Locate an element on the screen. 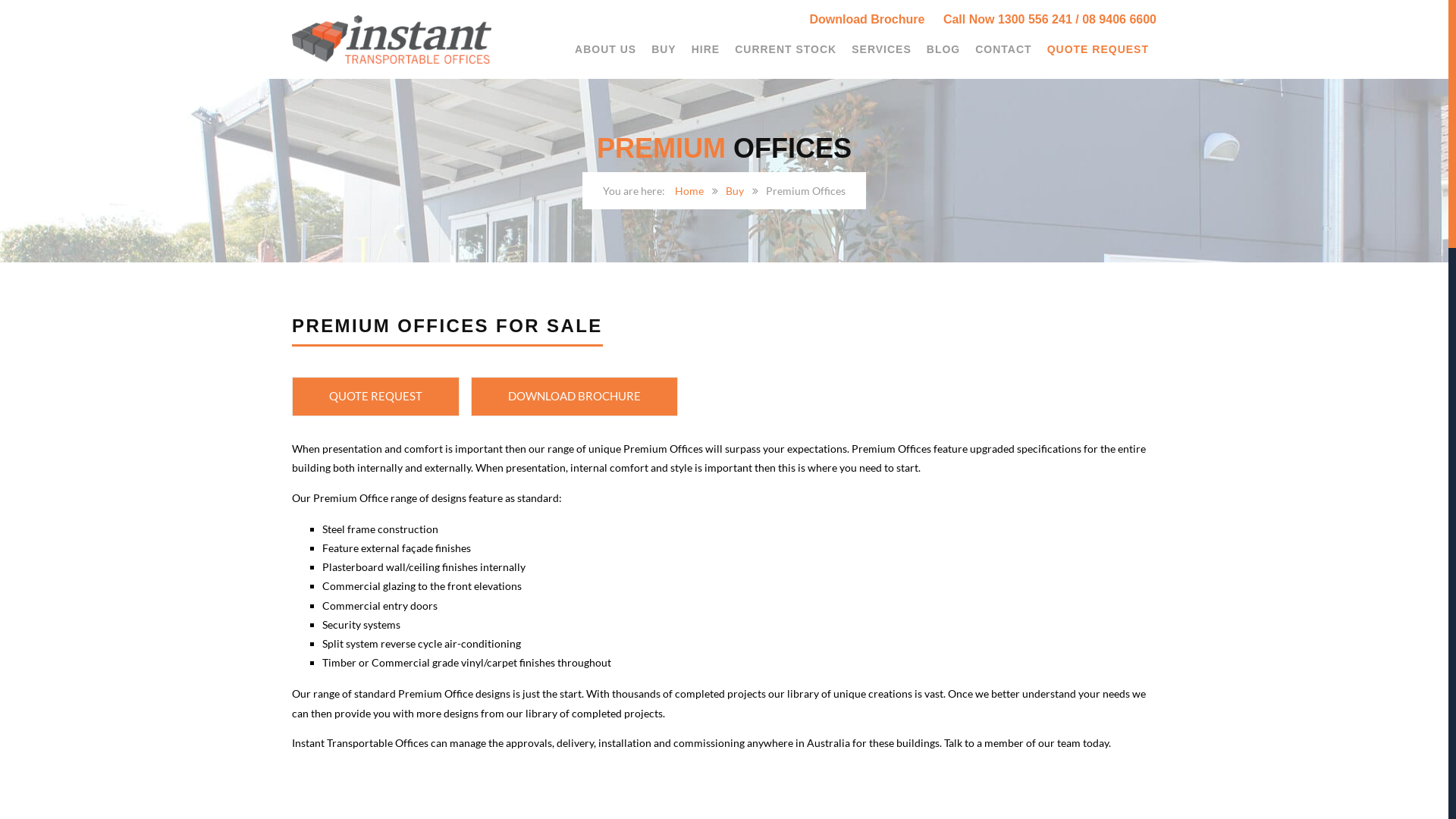  'HIRE' is located at coordinates (683, 49).